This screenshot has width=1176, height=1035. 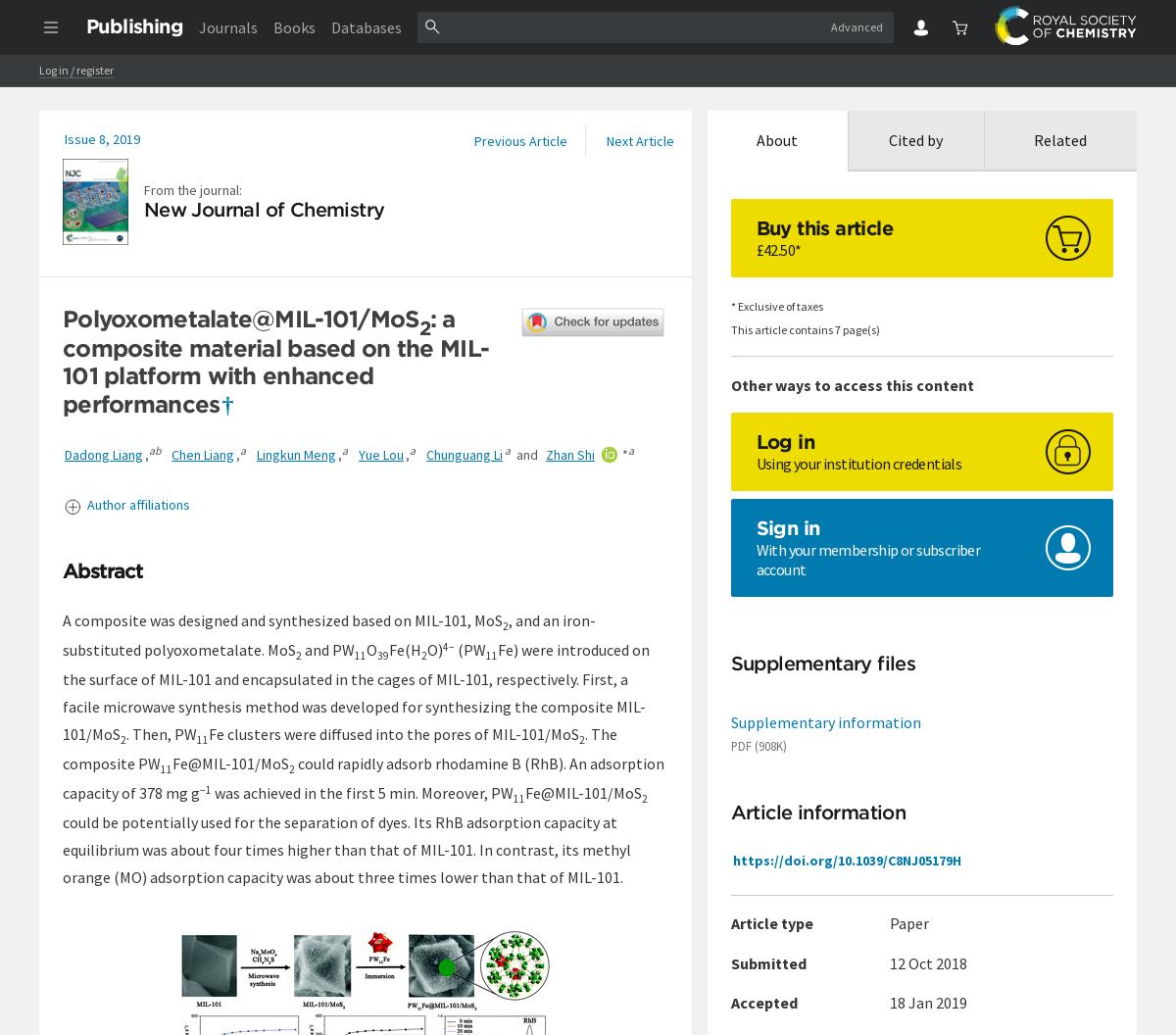 What do you see at coordinates (822, 226) in the screenshot?
I see `'Buy this article'` at bounding box center [822, 226].